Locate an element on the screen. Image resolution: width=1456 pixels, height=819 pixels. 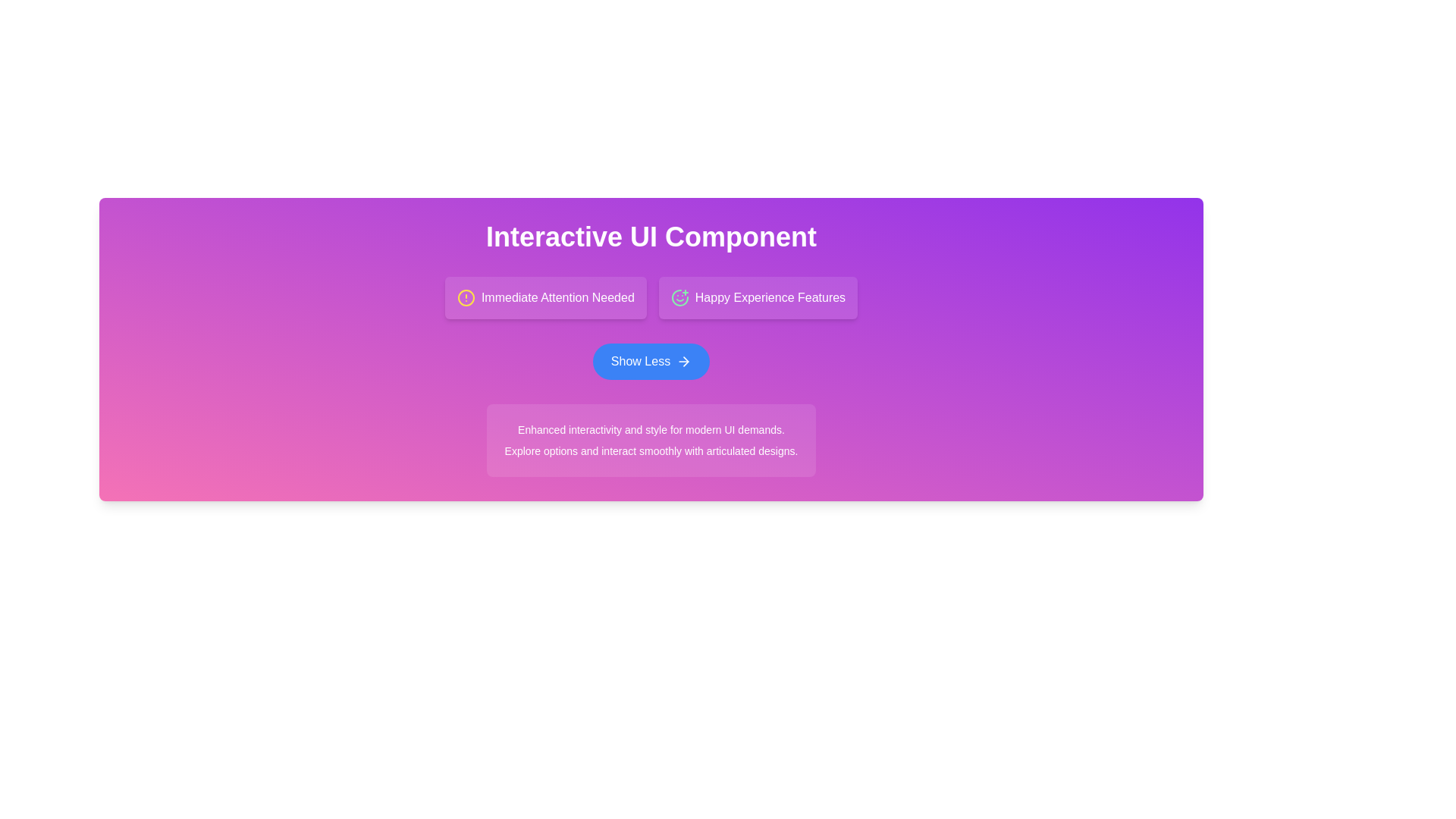
the right-pointing arrow icon within the blue 'Show Less' button, which is centrally aligned and positioned to the right of the button's label text is located at coordinates (683, 362).